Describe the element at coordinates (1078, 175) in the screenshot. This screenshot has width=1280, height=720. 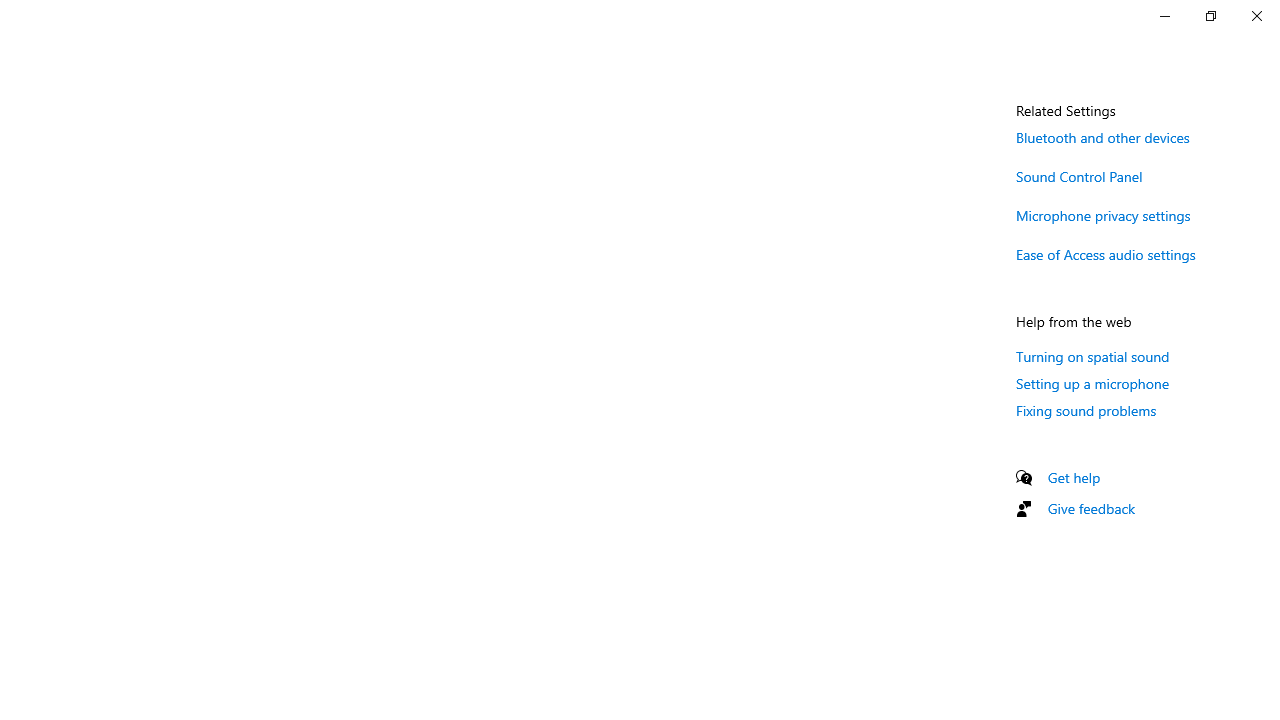
I see `'Sound Control Panel'` at that location.